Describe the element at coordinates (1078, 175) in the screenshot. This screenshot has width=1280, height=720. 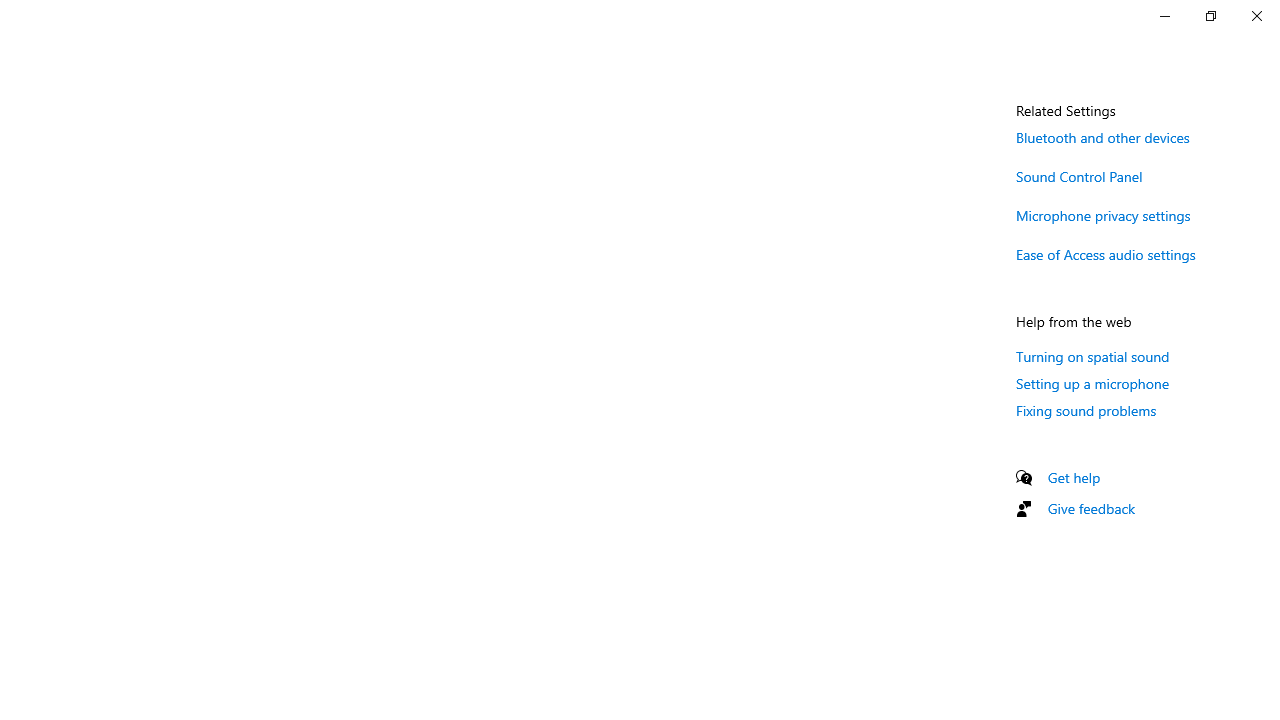
I see `'Sound Control Panel'` at that location.